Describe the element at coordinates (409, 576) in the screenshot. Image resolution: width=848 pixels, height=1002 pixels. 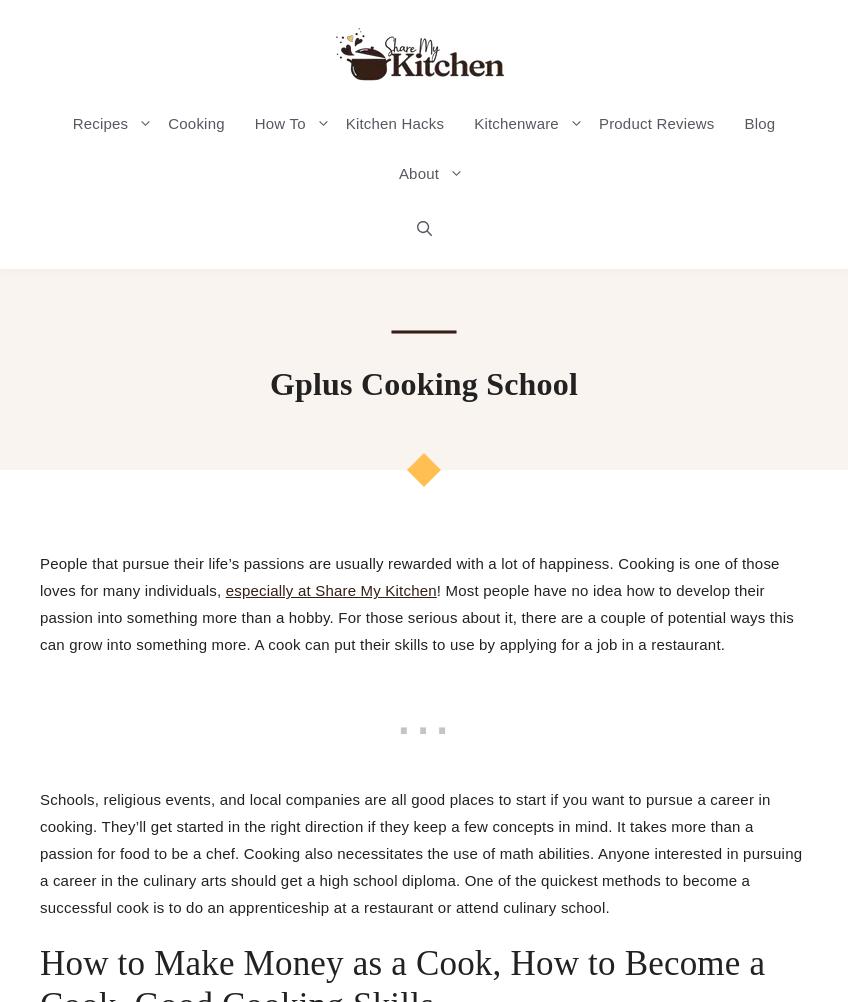
I see `'People that pursue their life’s passions are usually rewarded with a lot of happiness. Cooking is one of those loves for many individuals,'` at that location.